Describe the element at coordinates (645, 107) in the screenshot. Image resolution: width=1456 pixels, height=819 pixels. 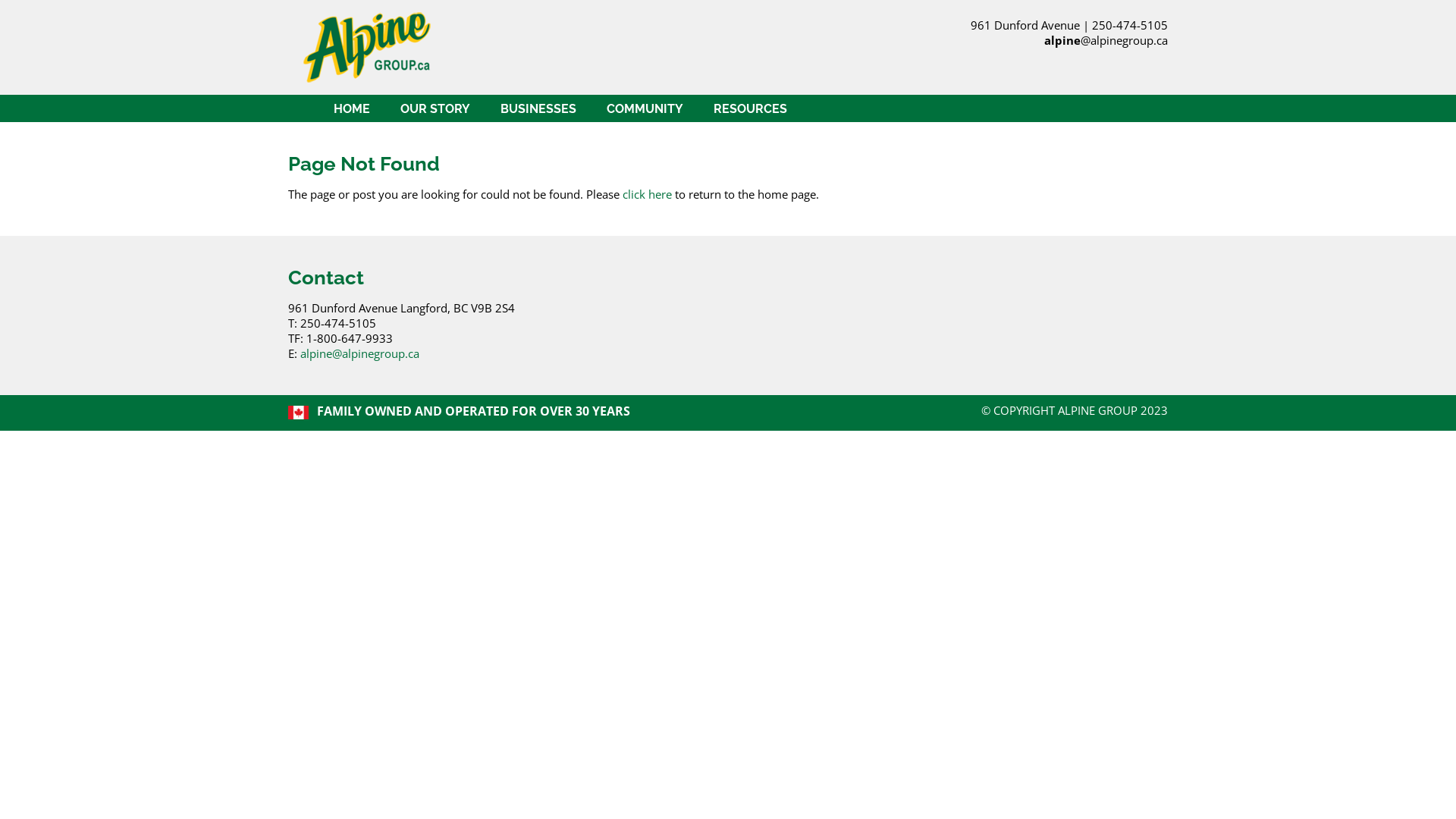
I see `'COMMUNITY'` at that location.